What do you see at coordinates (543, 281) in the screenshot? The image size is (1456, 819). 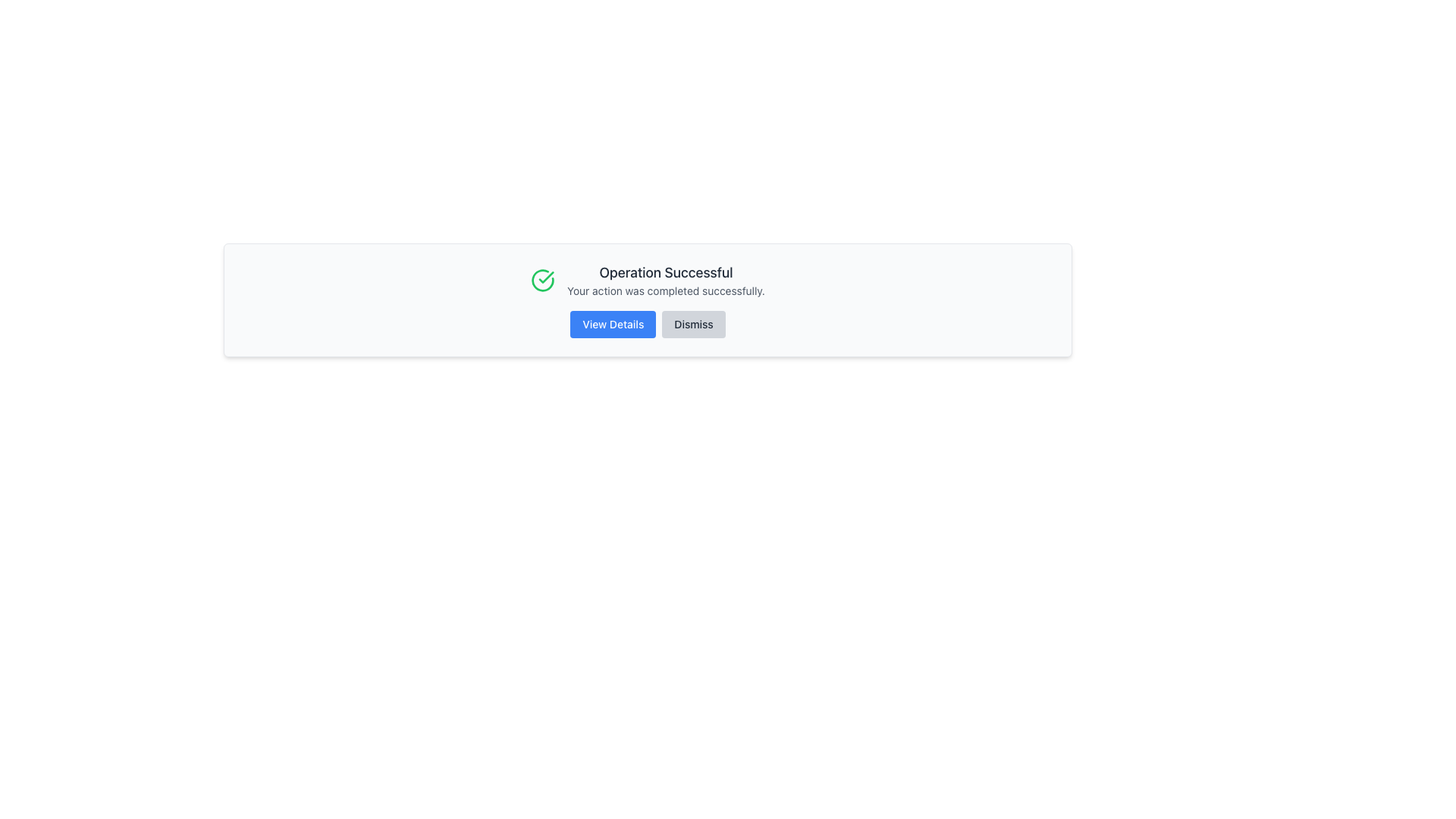 I see `the circular green outlined icon with a checkmark symbol, which indicates success, located to the left of the 'Operation Successful' text` at bounding box center [543, 281].